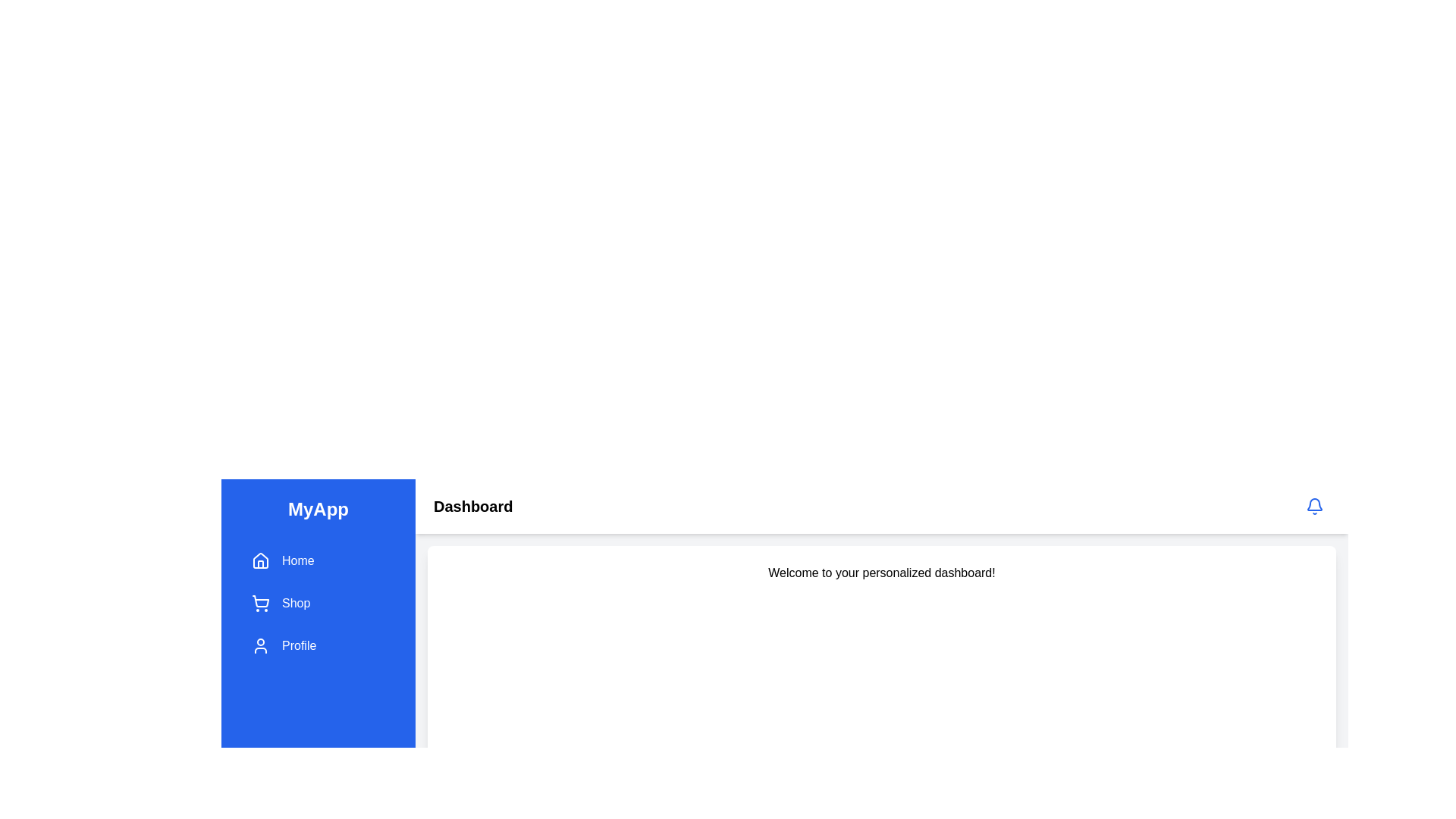 The image size is (1456, 819). Describe the element at coordinates (318, 602) in the screenshot. I see `the 'Shop' navigation button located in the left navigation bar under 'MyApp'` at that location.